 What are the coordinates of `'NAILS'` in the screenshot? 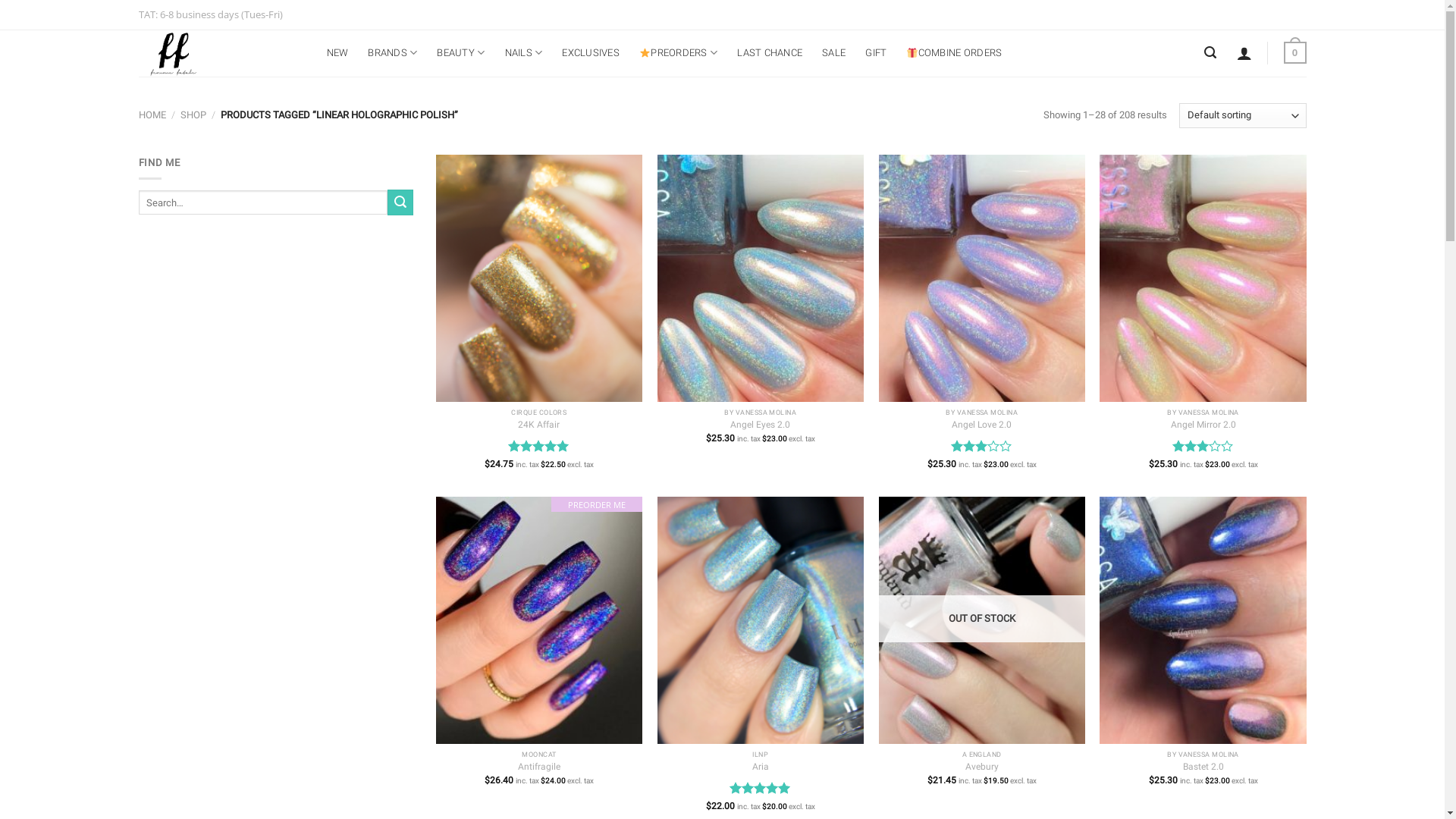 It's located at (524, 52).